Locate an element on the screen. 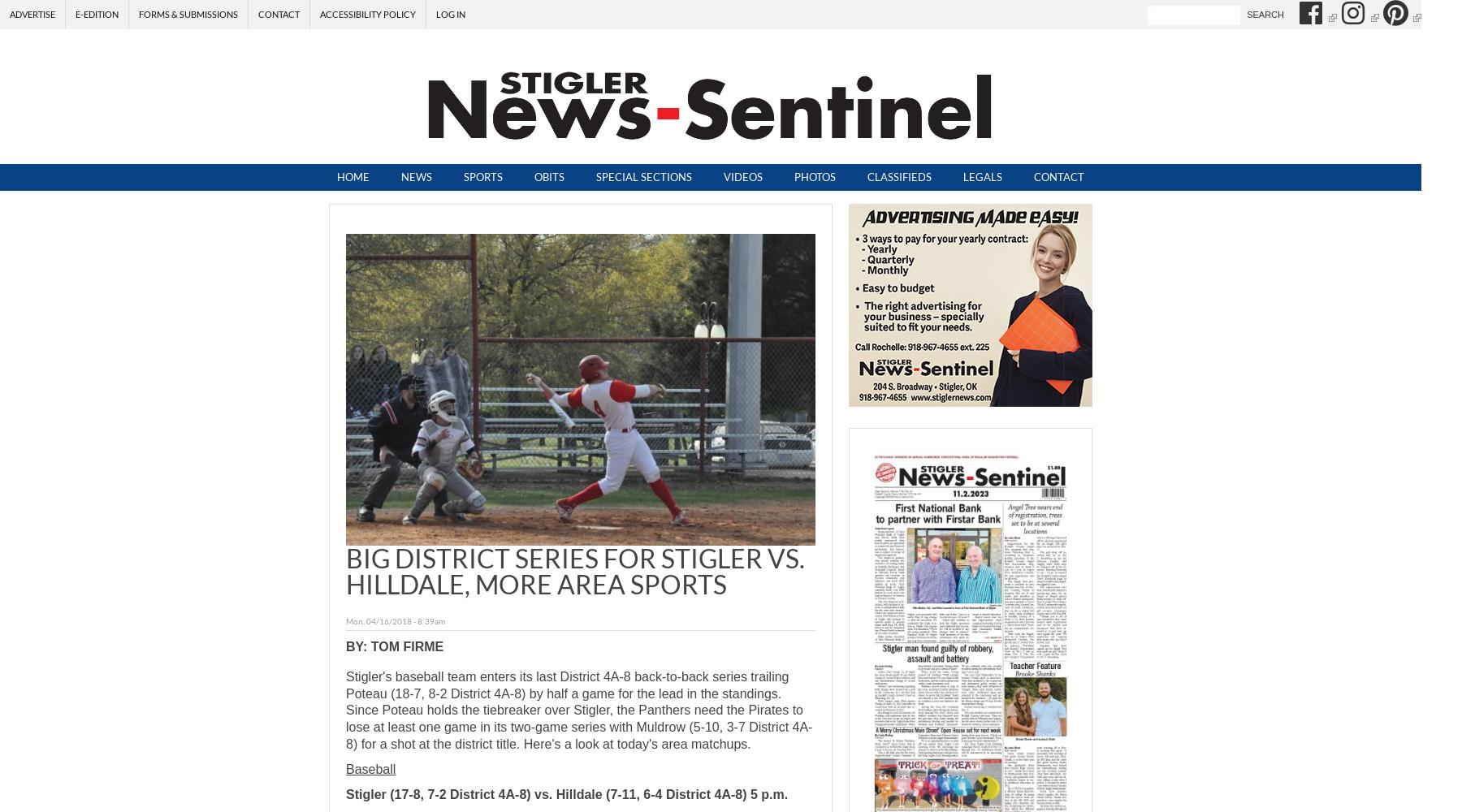 This screenshot has height=812, width=1462. 'Videos' is located at coordinates (724, 176).